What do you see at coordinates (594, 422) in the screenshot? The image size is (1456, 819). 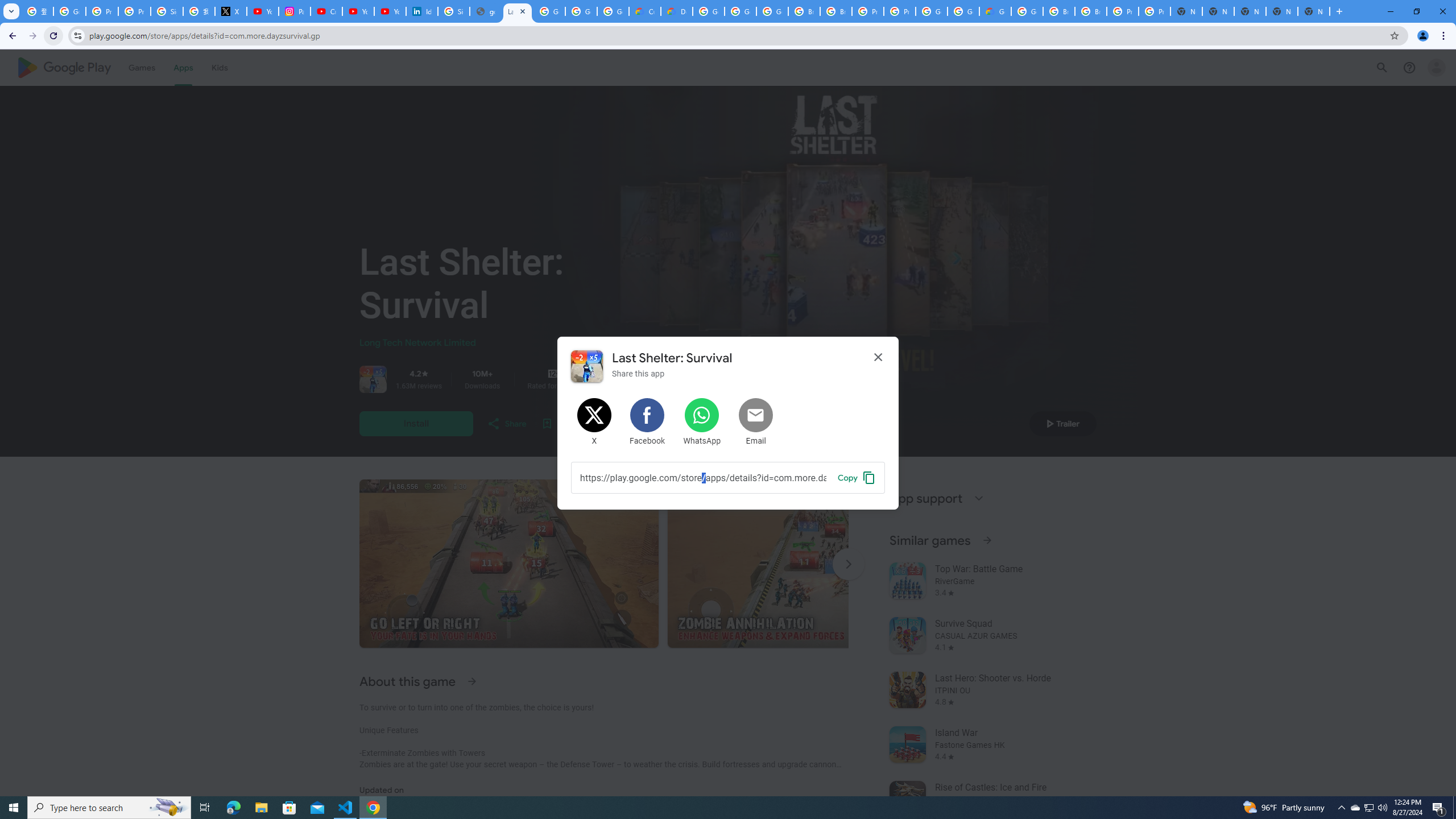 I see `'Share on X (formerly Twitter)'` at bounding box center [594, 422].